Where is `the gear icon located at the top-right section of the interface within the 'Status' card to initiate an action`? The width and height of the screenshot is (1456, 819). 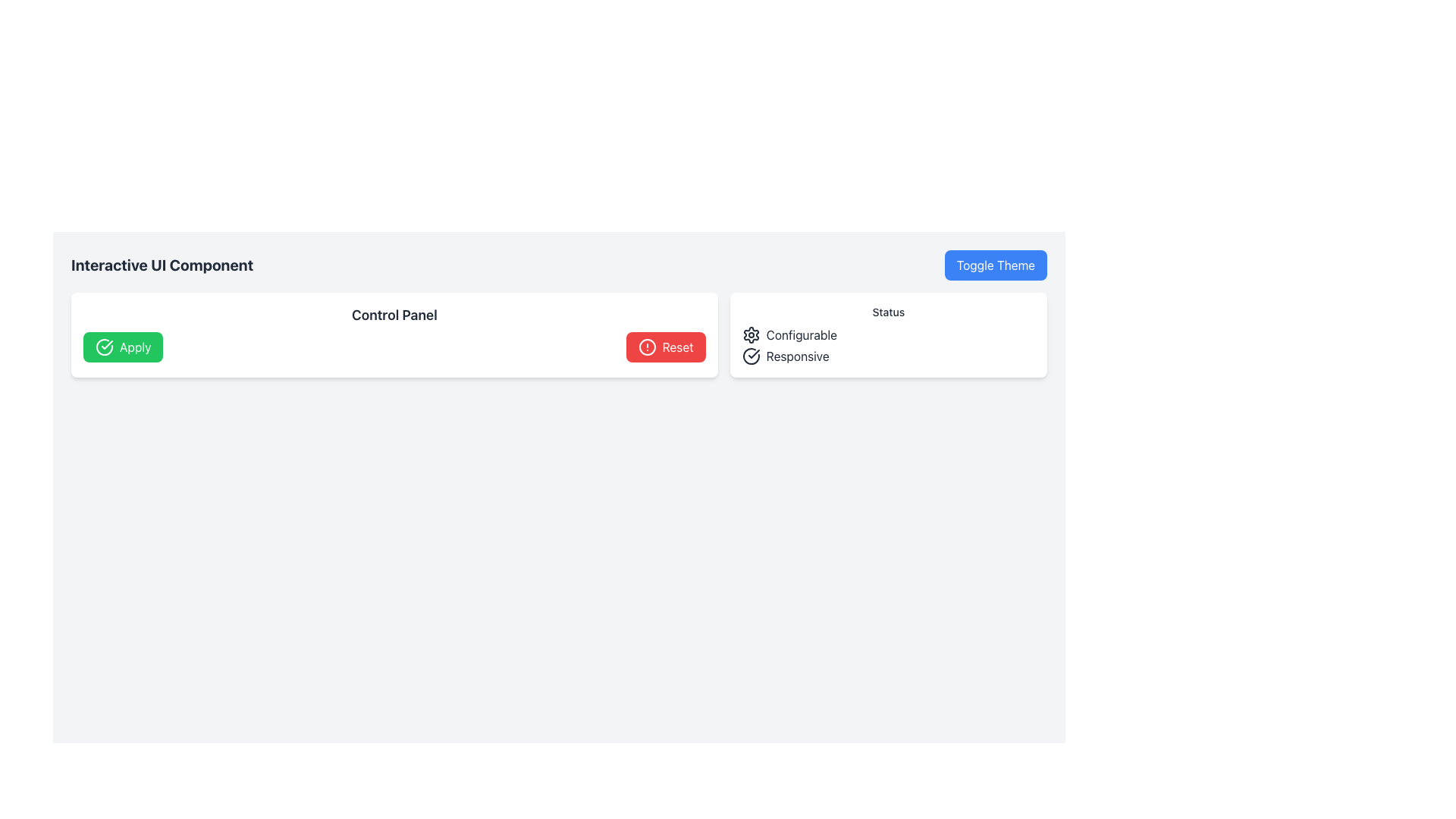 the gear icon located at the top-right section of the interface within the 'Status' card to initiate an action is located at coordinates (751, 334).